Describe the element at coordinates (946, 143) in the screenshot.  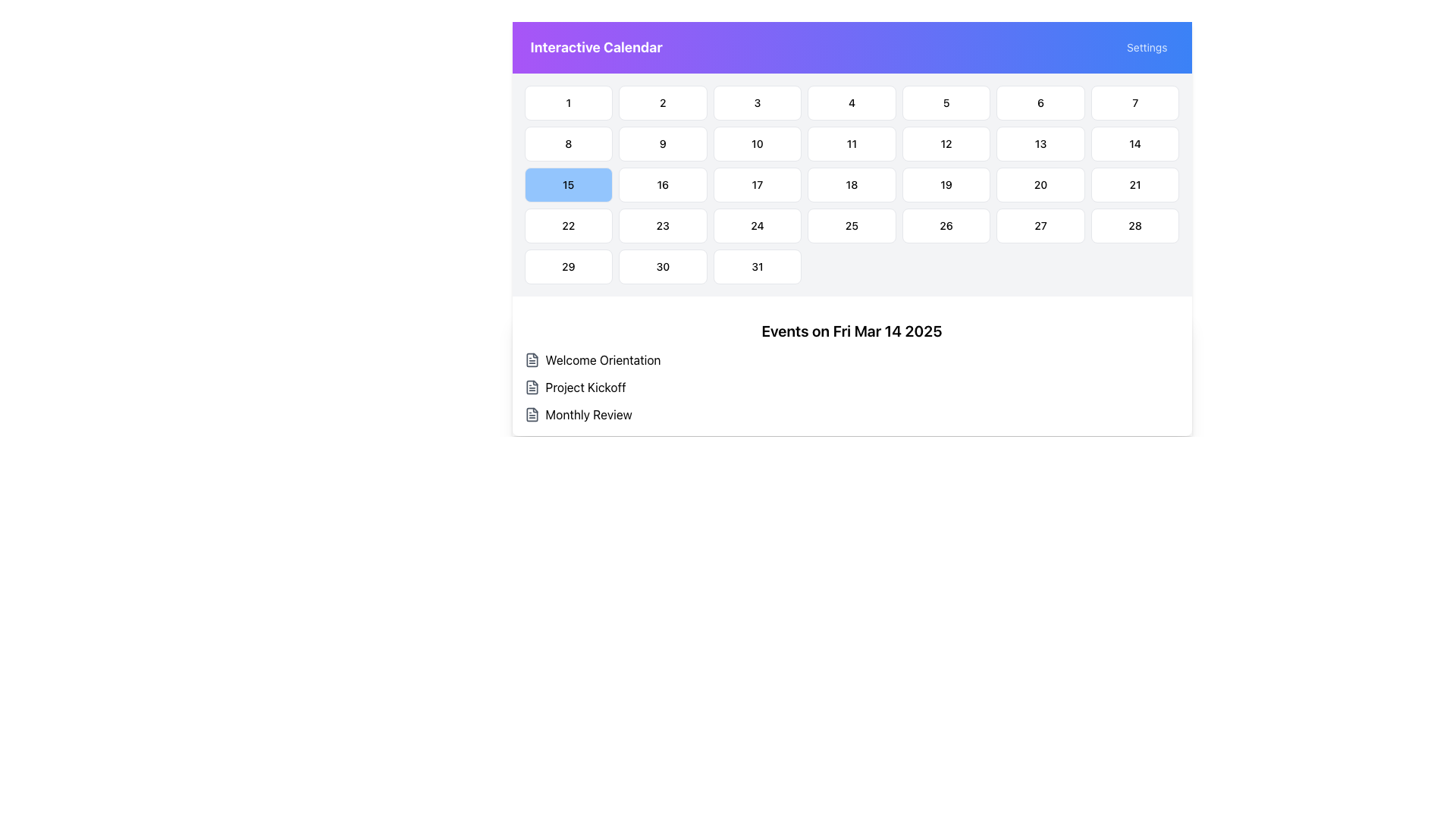
I see `the calendar cell displaying the number '12'` at that location.